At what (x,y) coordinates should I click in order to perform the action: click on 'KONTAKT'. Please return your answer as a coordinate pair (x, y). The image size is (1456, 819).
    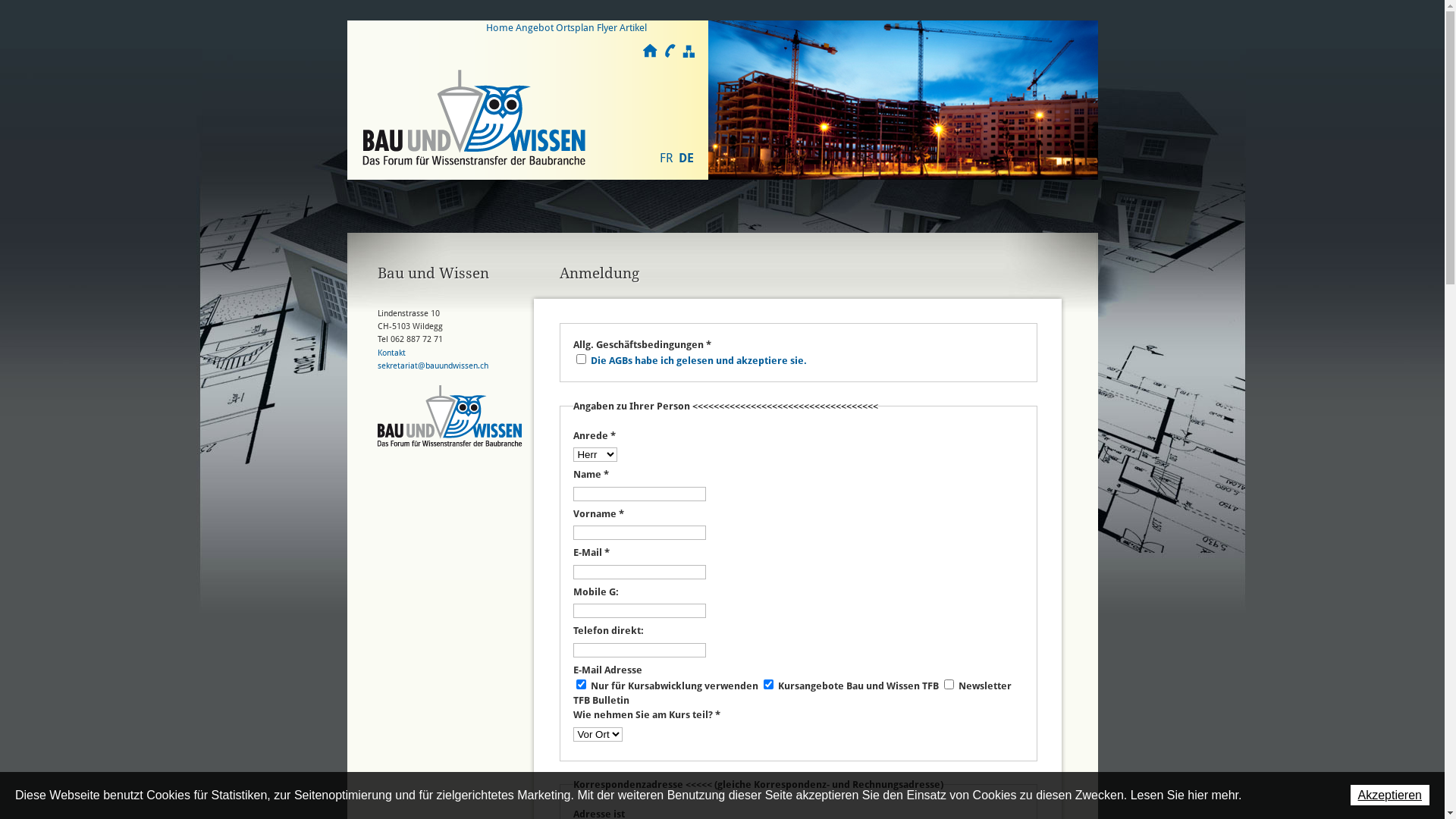
    Looking at the image, I should click on (667, 50).